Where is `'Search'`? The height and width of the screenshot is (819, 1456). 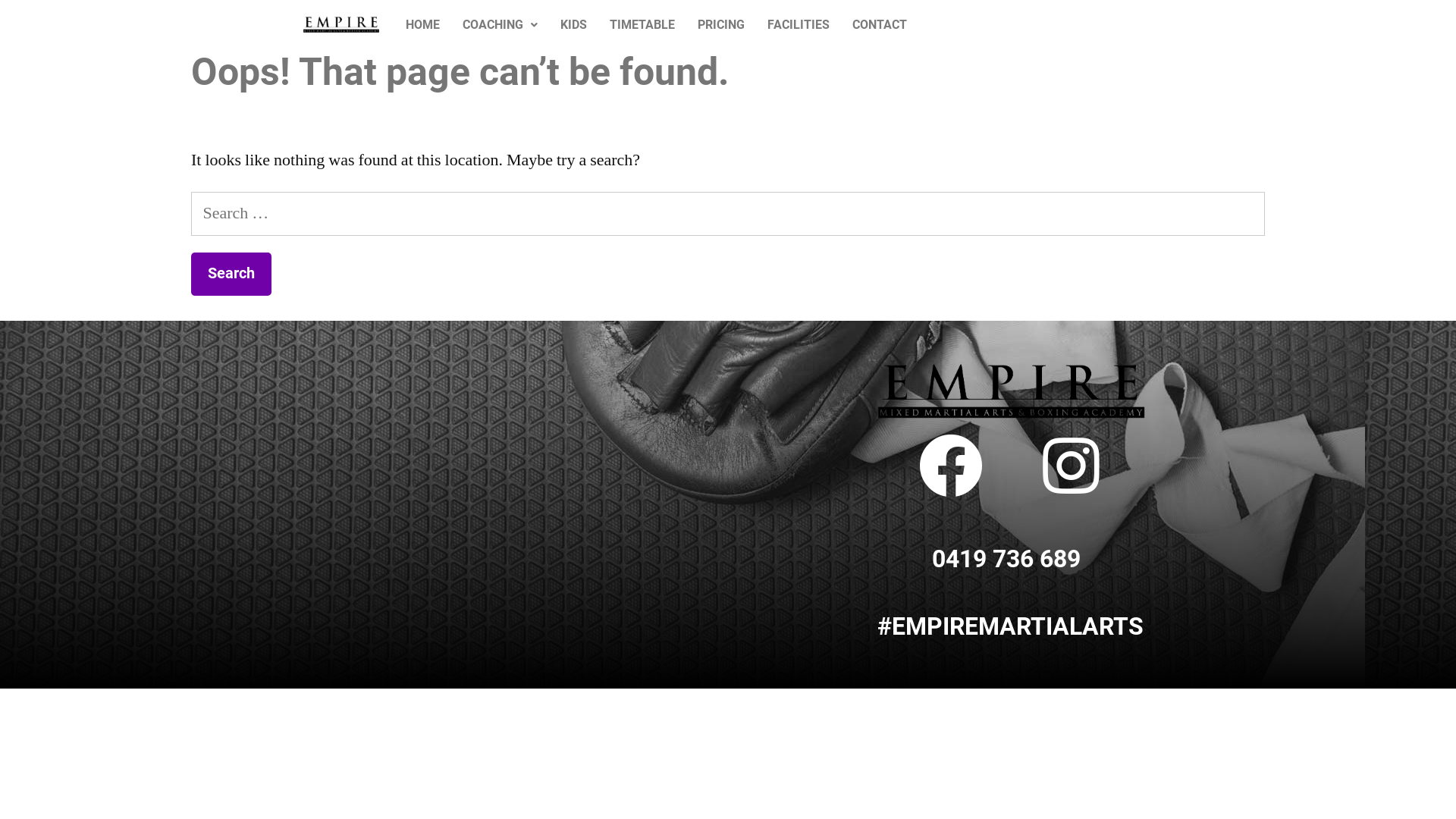 'Search' is located at coordinates (231, 274).